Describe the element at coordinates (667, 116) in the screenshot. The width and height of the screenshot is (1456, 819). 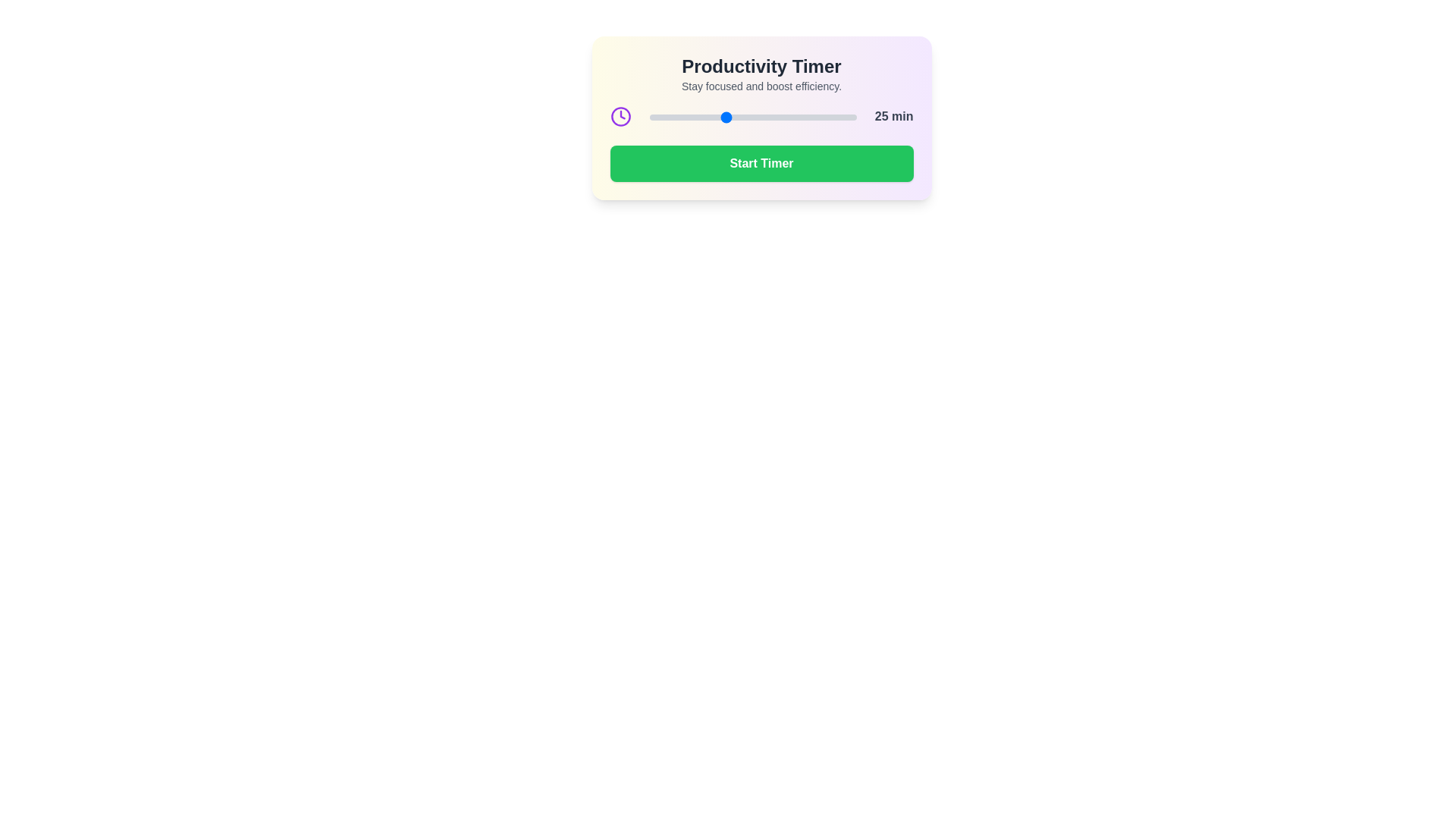
I see `the timer slider to 10 minutes` at that location.